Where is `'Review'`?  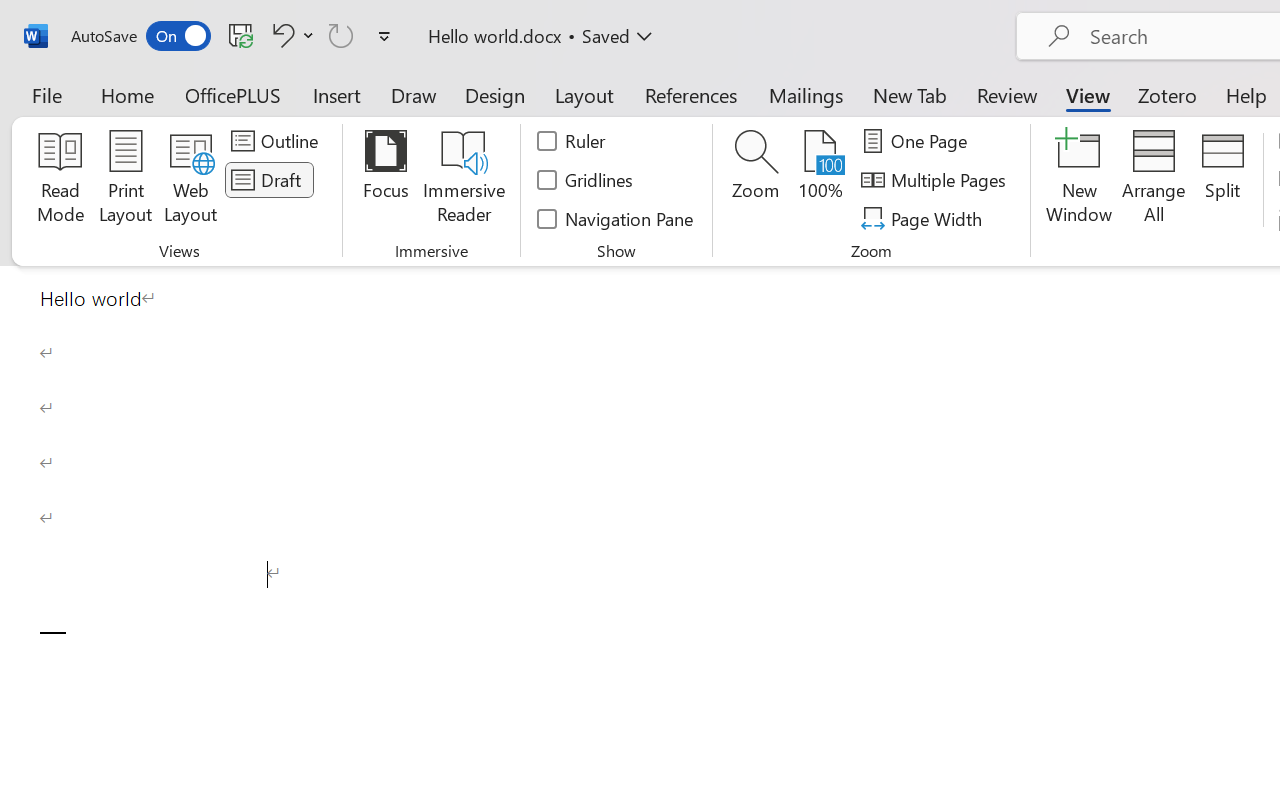
'Review' is located at coordinates (1007, 94).